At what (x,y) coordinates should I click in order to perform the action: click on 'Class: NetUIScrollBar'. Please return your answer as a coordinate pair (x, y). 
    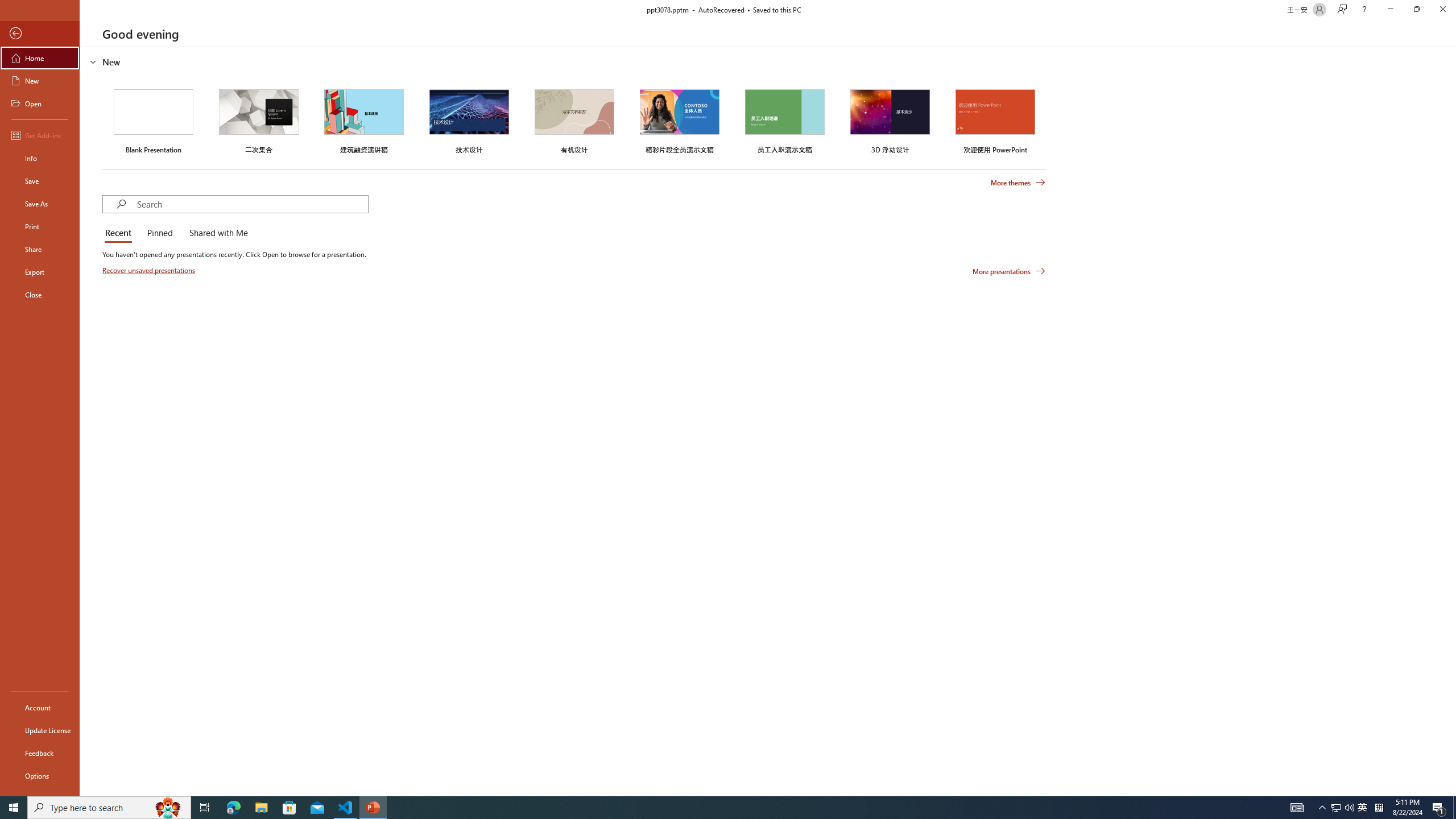
    Looking at the image, I should click on (1451, 421).